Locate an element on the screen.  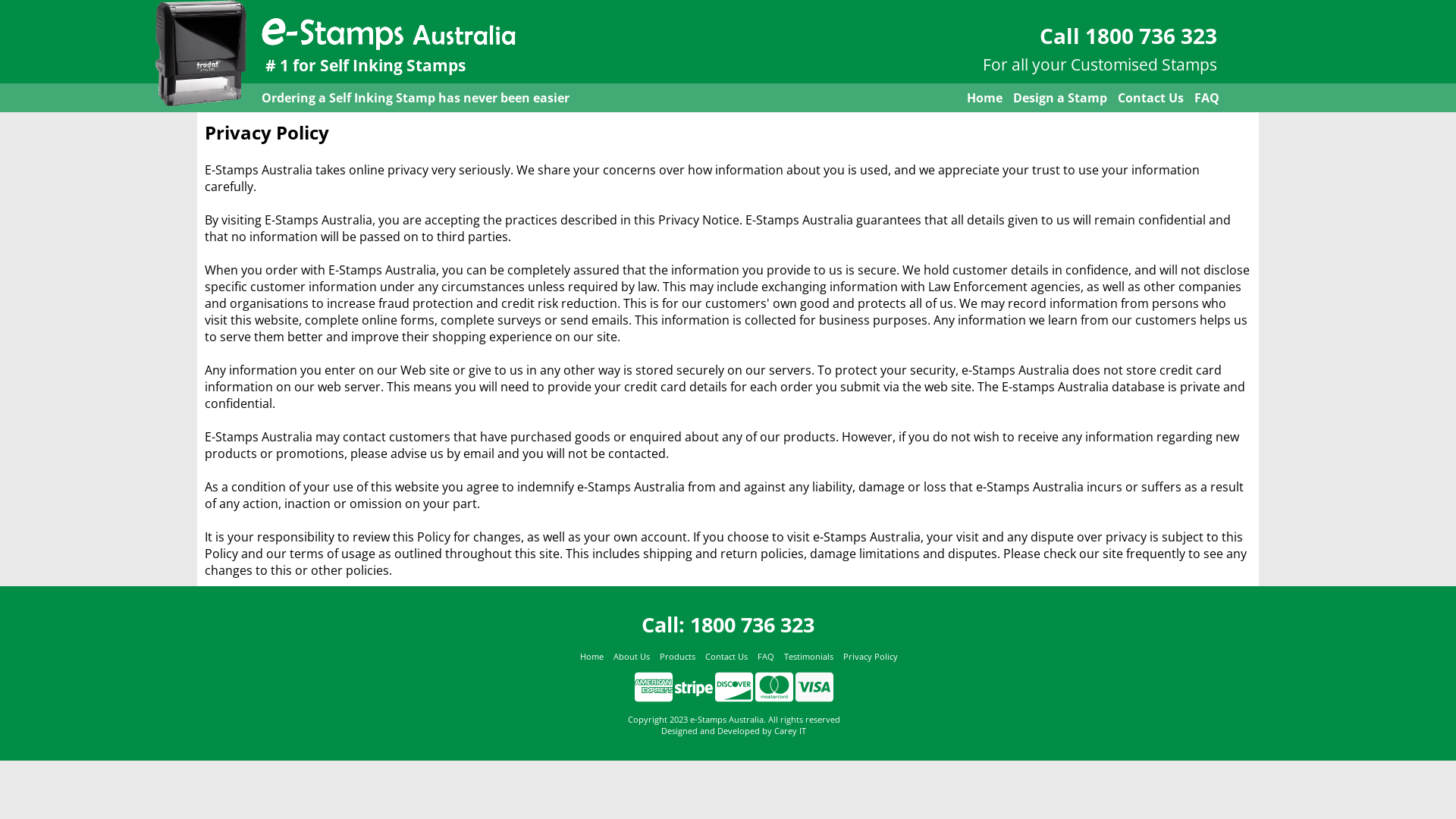
'FAQ' is located at coordinates (1206, 97).